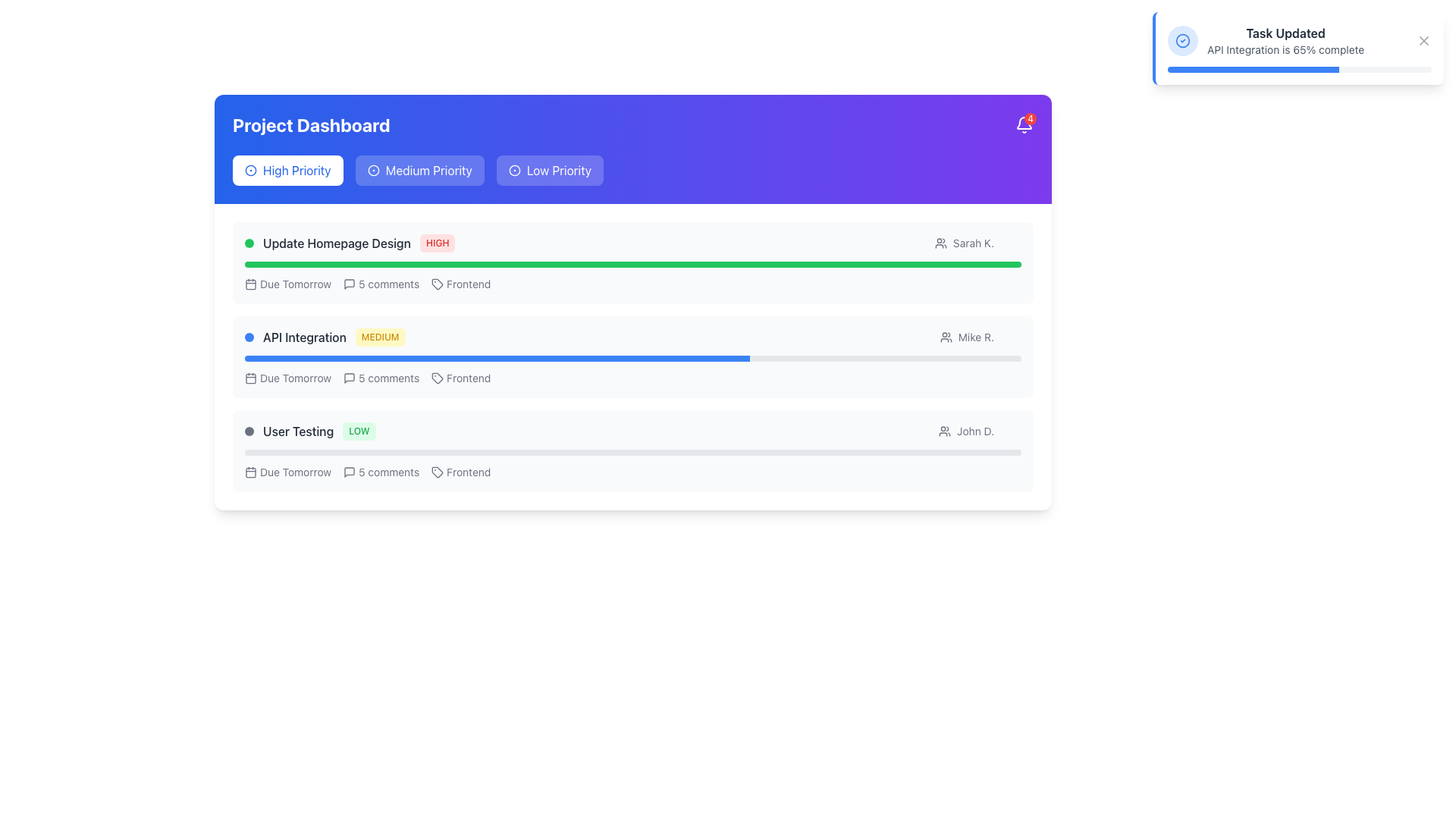 This screenshot has height=819, width=1456. What do you see at coordinates (460, 377) in the screenshot?
I see `label of the Tag component located in the 'API Integration' row, which indicates the task is related to the frontend domain` at bounding box center [460, 377].